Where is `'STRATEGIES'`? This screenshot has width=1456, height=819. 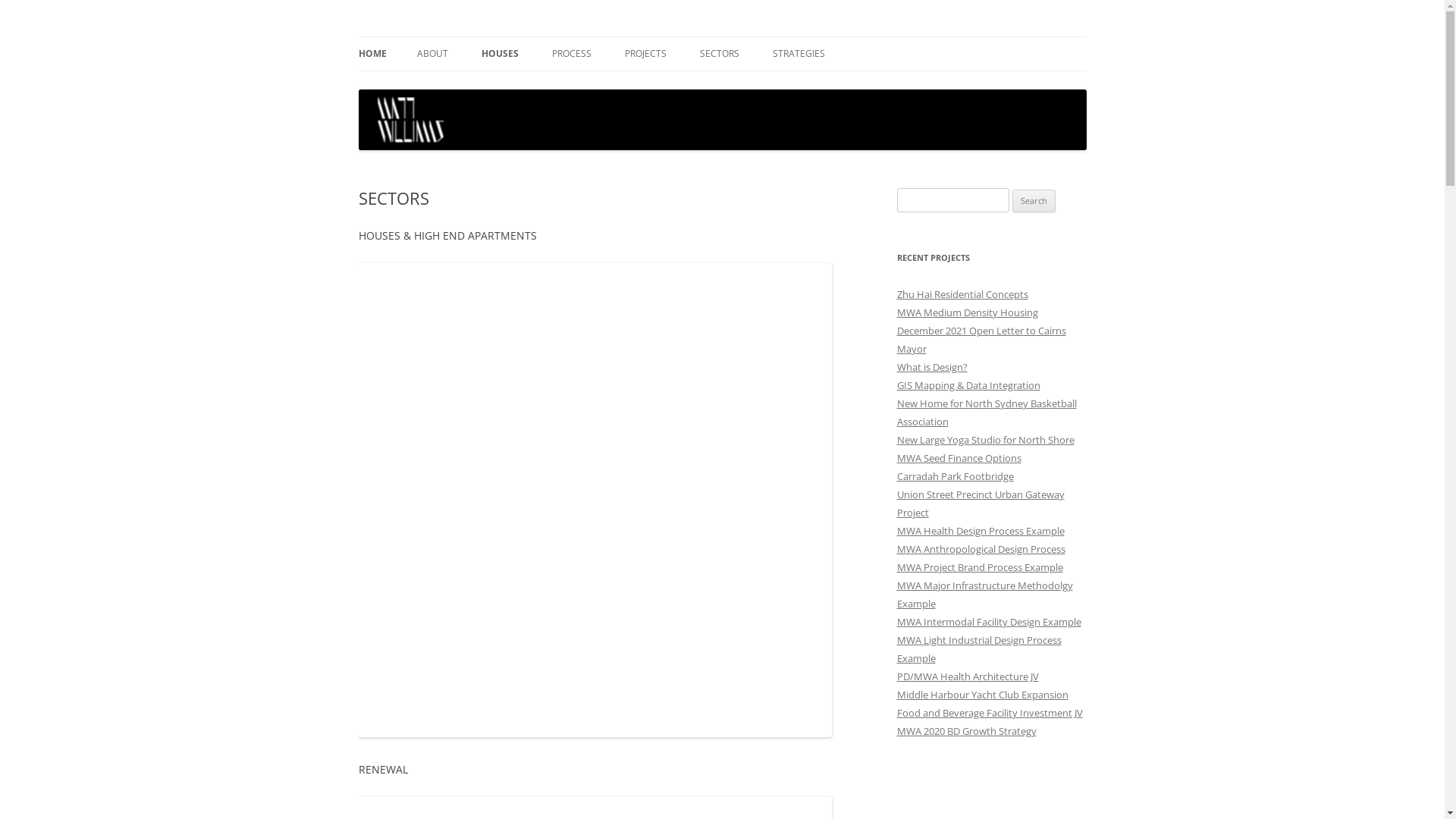 'STRATEGIES' is located at coordinates (797, 52).